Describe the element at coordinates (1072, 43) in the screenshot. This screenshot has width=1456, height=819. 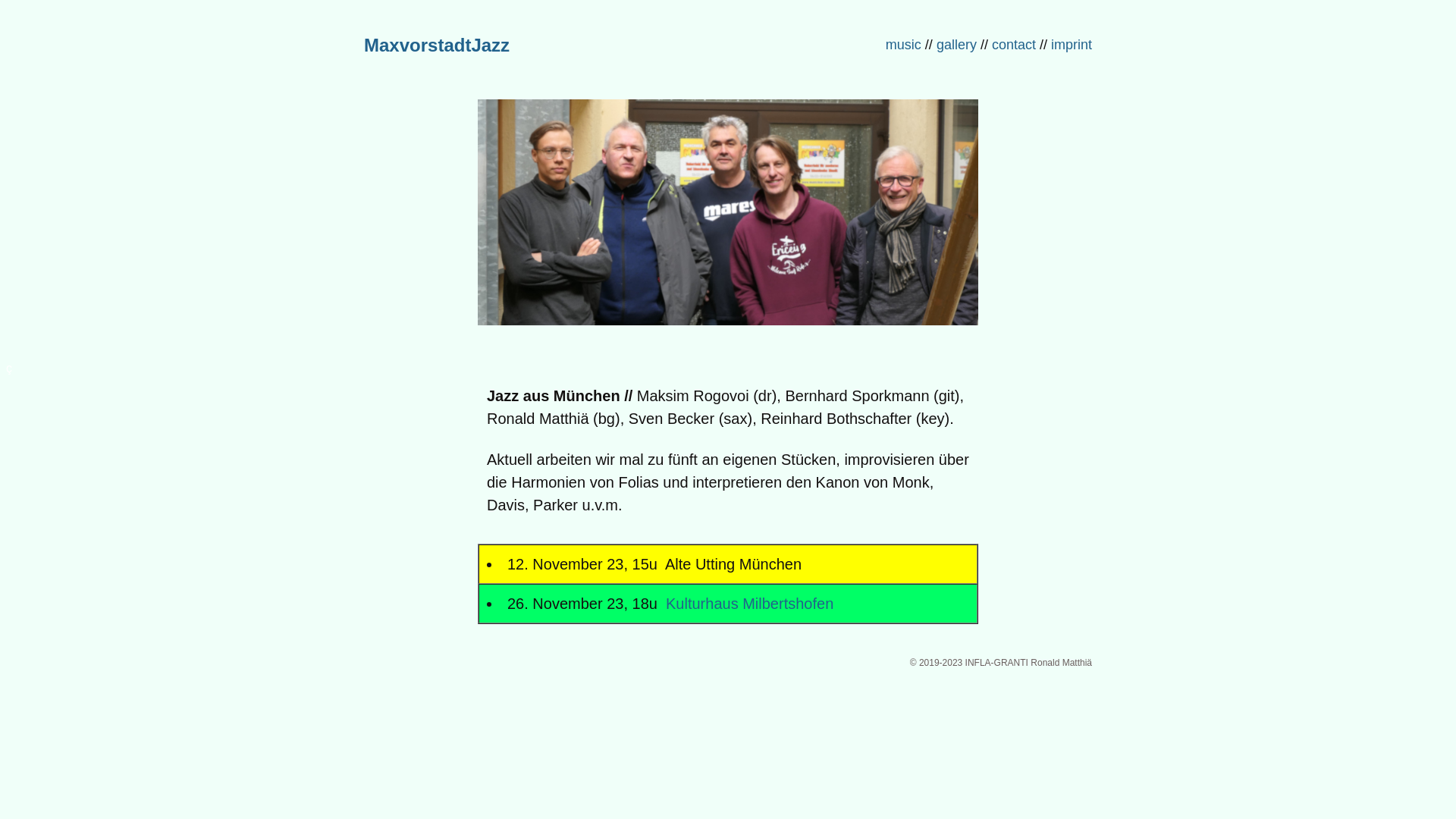
I see `'imprint '` at that location.